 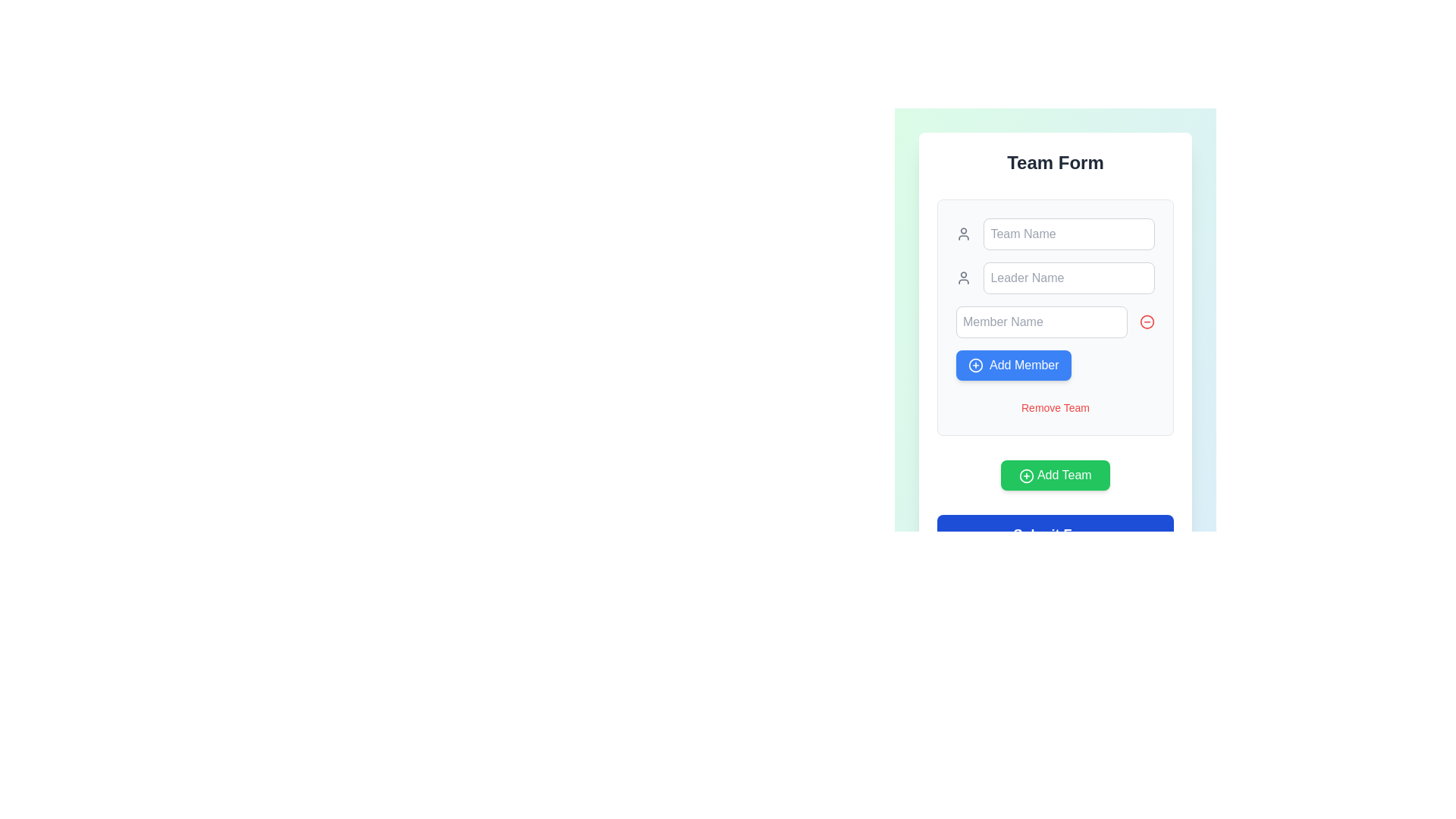 What do you see at coordinates (1027, 475) in the screenshot?
I see `the circular graphical decoration centered on the 'Add Team' button, which visually enhances its purpose` at bounding box center [1027, 475].